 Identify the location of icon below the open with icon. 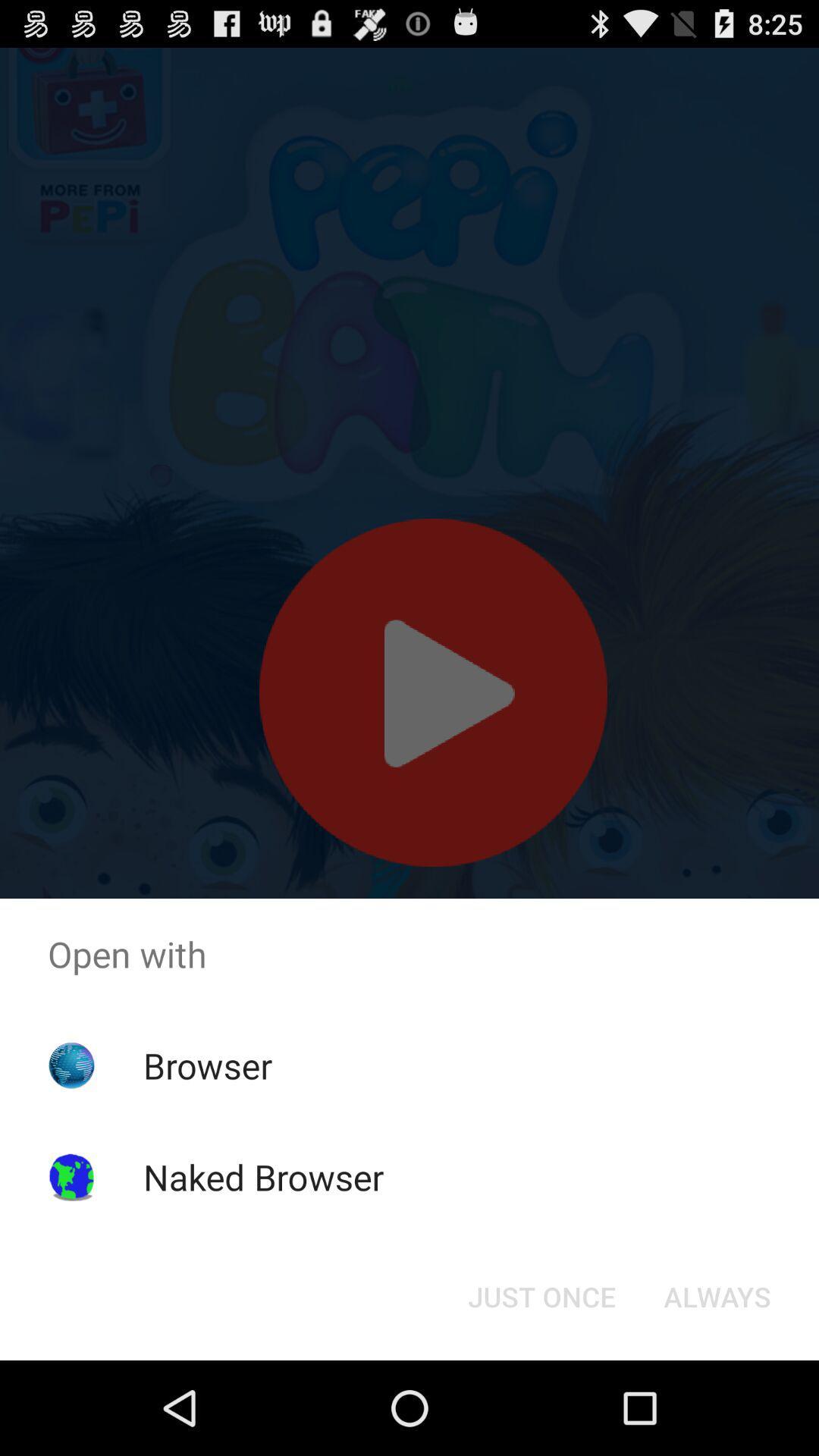
(717, 1295).